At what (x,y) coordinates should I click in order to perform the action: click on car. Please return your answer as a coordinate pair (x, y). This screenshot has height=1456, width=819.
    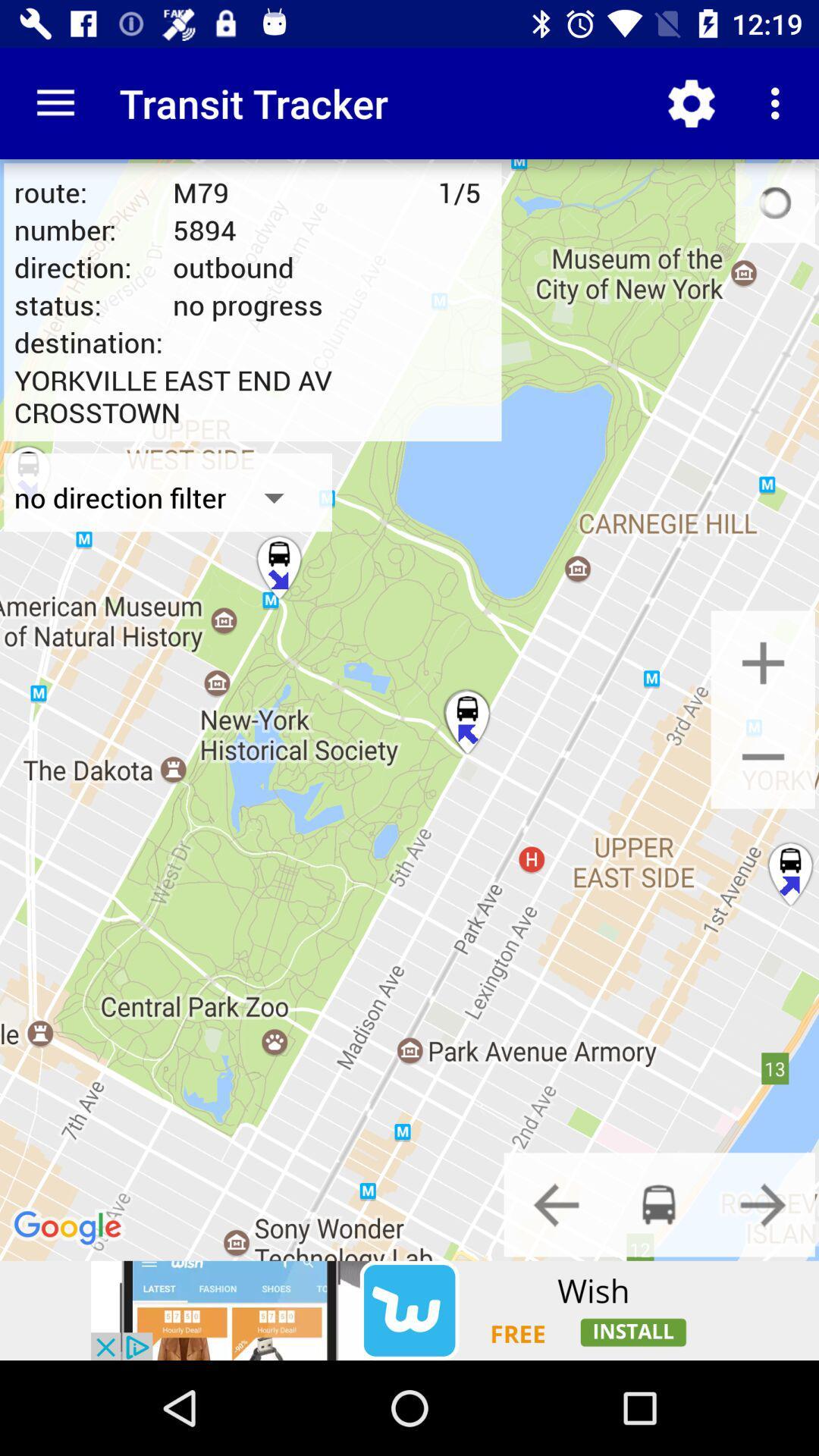
    Looking at the image, I should click on (658, 1203).